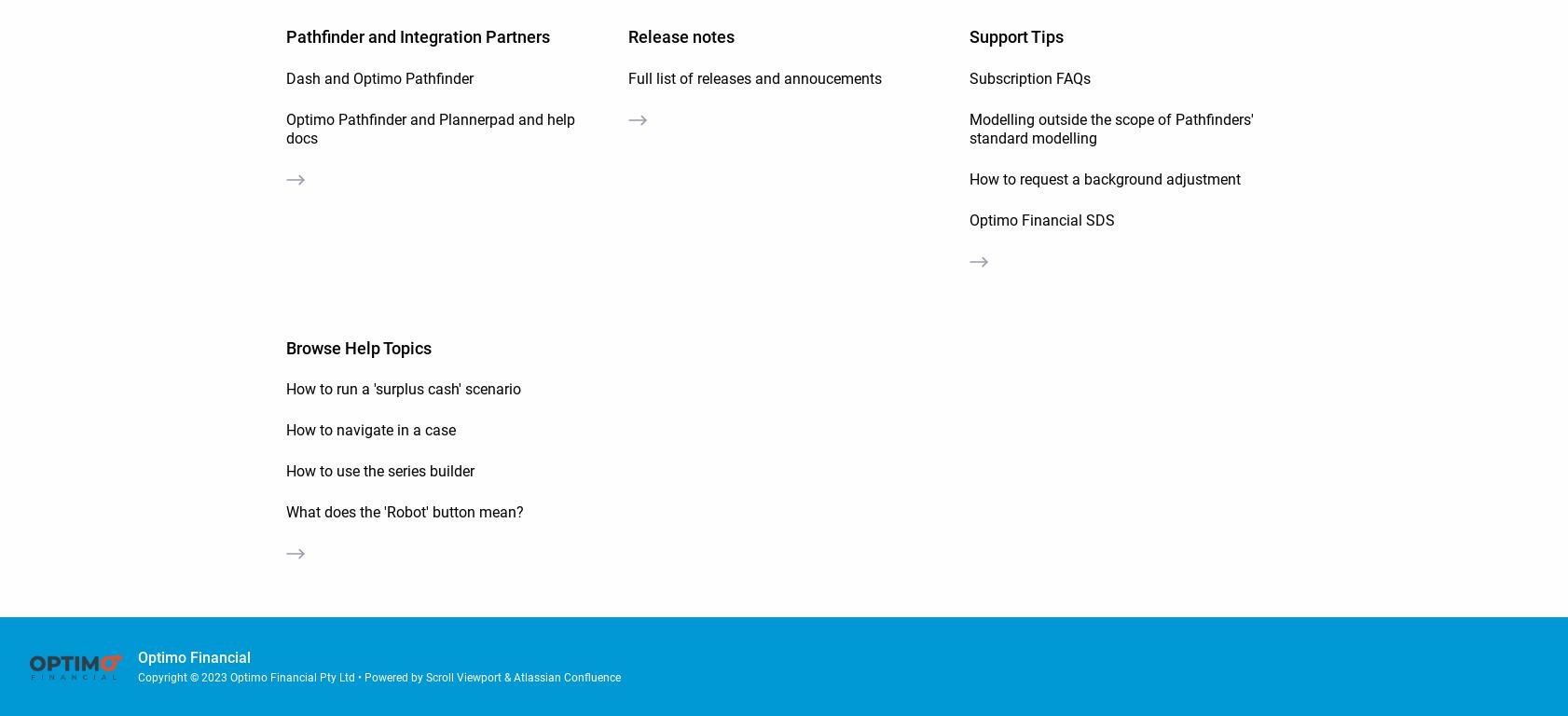  I want to click on 'Atlassian Confluence', so click(514, 675).